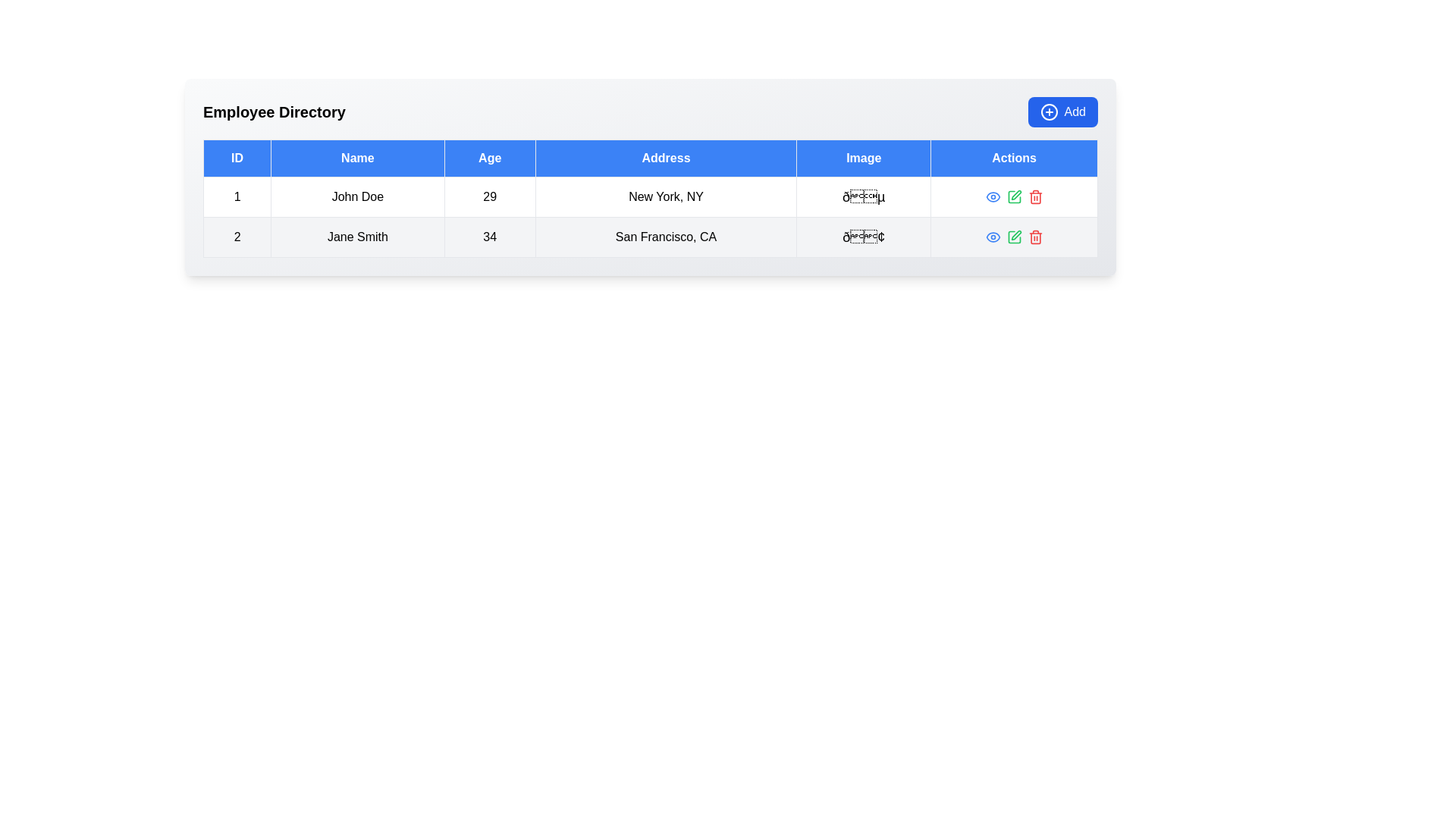  I want to click on the 'Address' column header to sort the column data in the table, so click(666, 158).